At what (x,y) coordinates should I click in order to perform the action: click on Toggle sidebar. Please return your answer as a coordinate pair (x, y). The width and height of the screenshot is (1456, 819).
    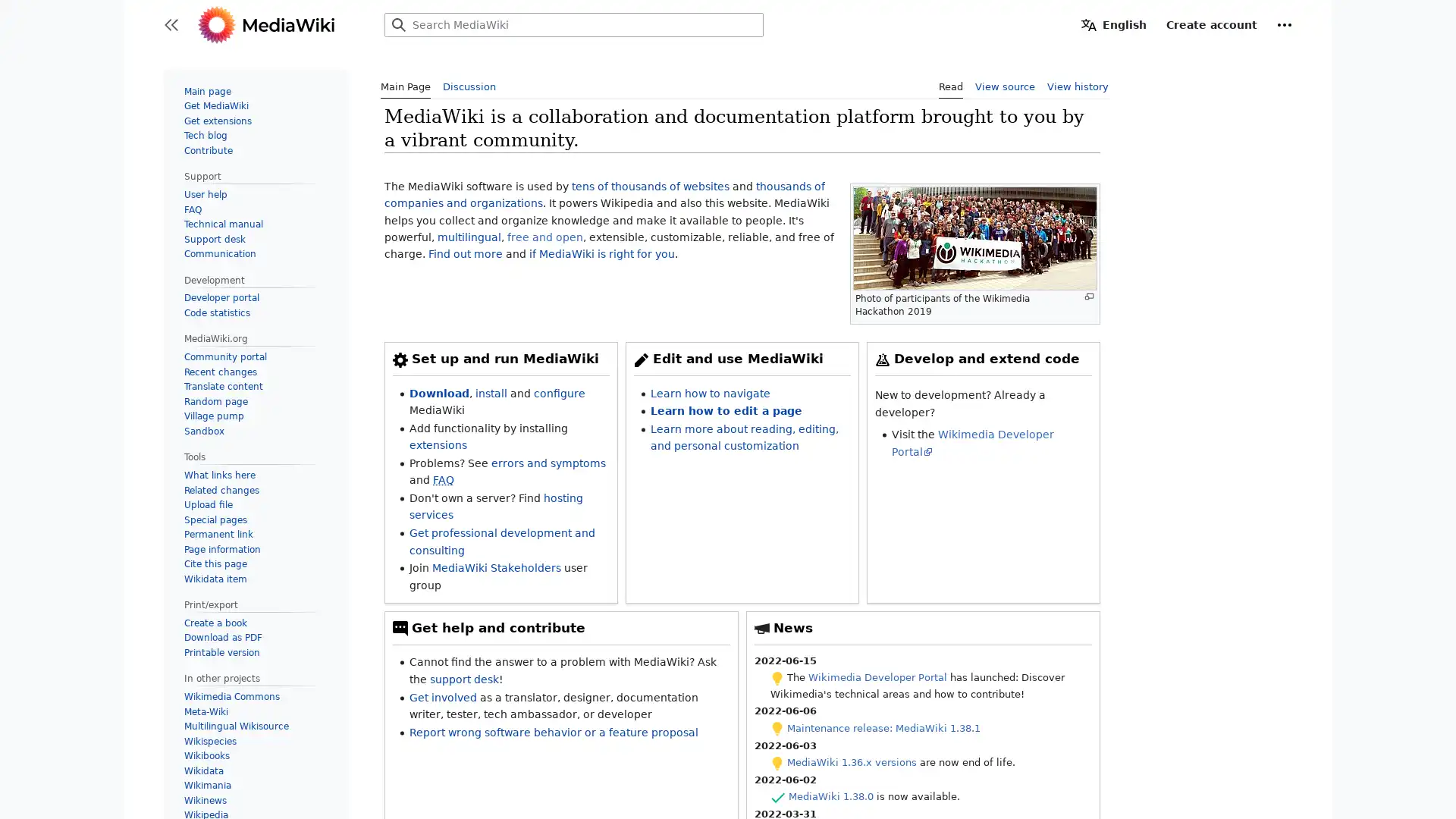
    Looking at the image, I should click on (171, 25).